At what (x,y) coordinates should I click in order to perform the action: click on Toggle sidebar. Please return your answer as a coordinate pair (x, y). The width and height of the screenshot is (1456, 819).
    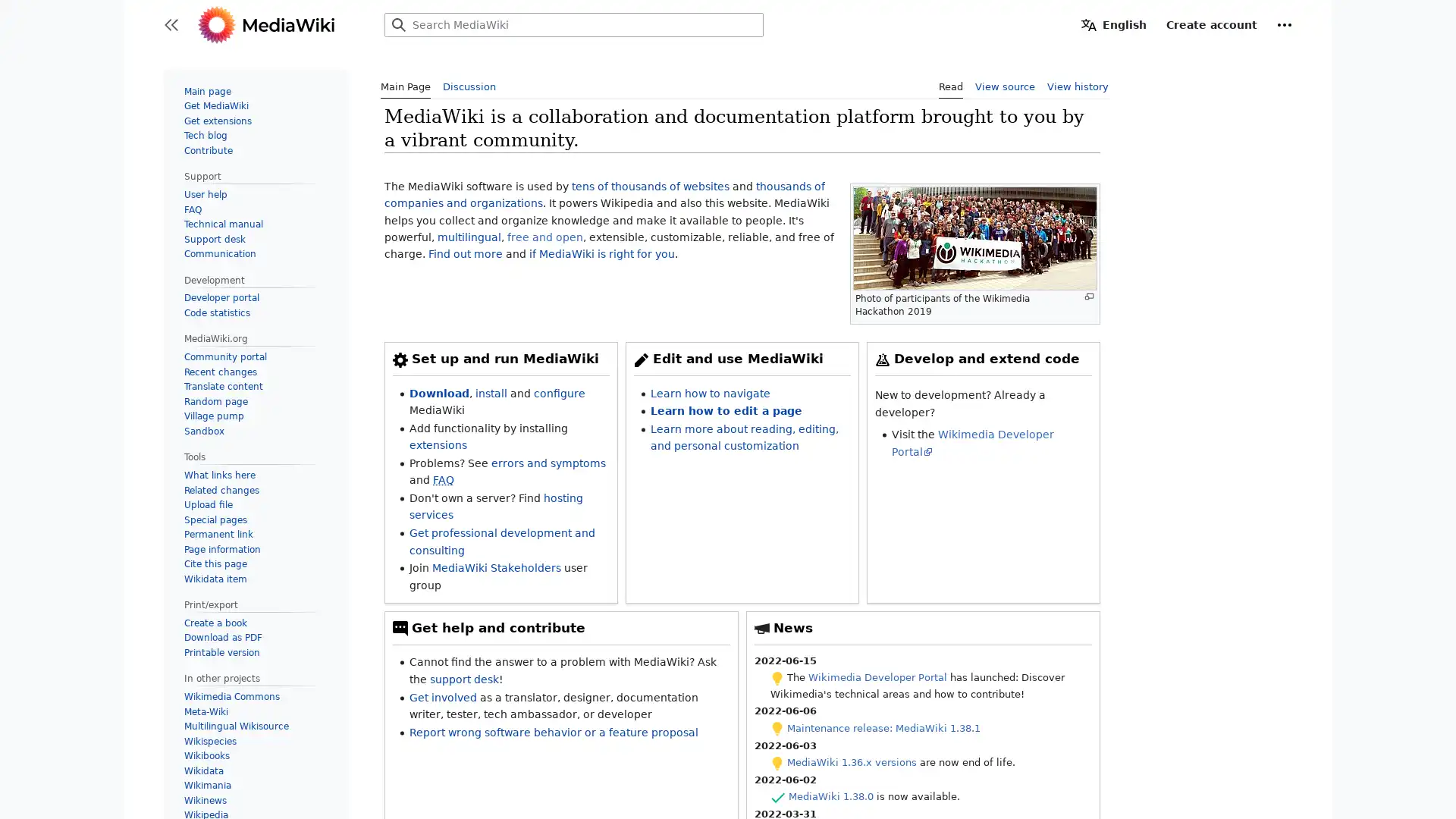
    Looking at the image, I should click on (171, 25).